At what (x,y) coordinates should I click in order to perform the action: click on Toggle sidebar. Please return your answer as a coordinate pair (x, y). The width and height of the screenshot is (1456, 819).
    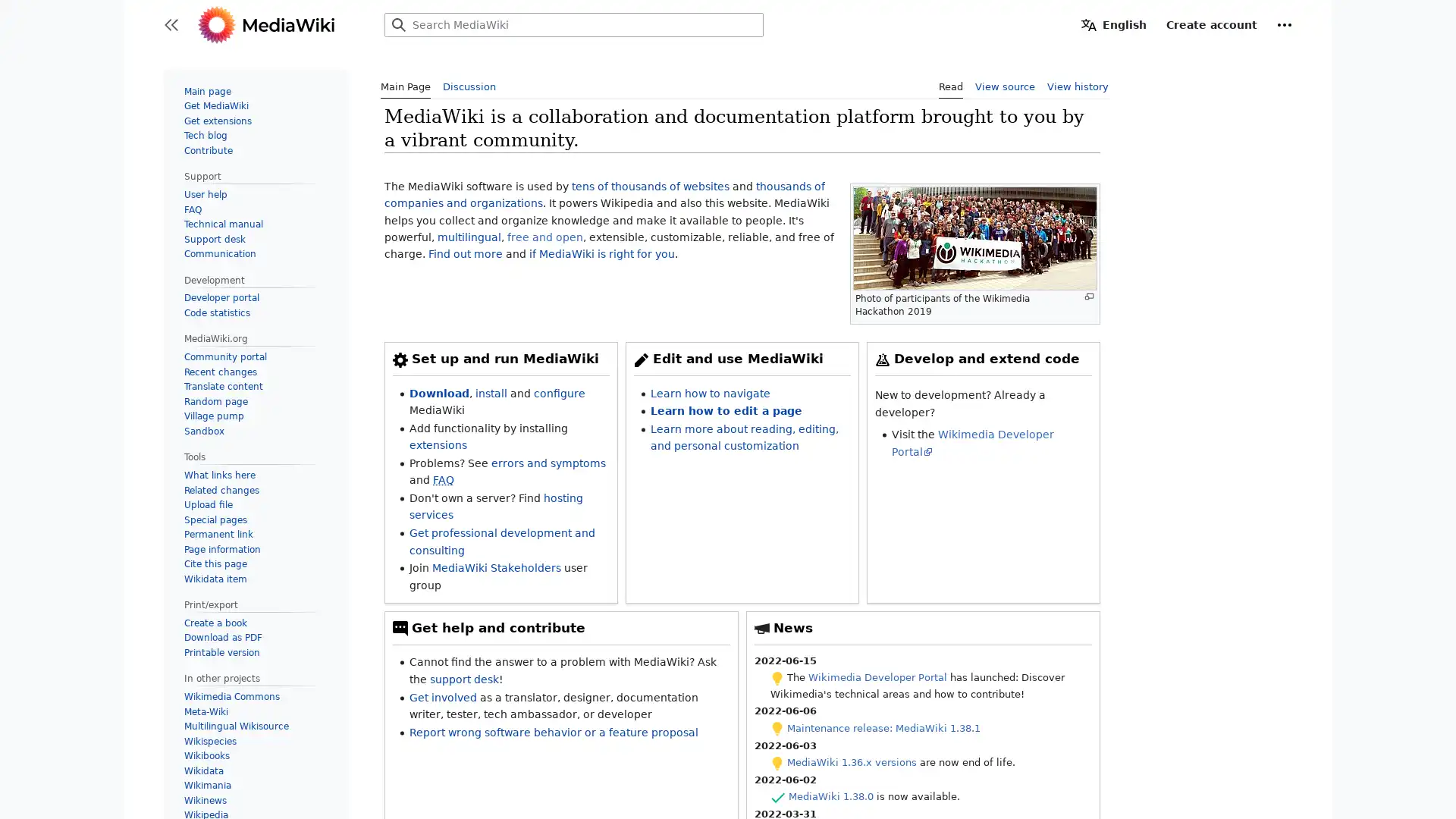
    Looking at the image, I should click on (171, 25).